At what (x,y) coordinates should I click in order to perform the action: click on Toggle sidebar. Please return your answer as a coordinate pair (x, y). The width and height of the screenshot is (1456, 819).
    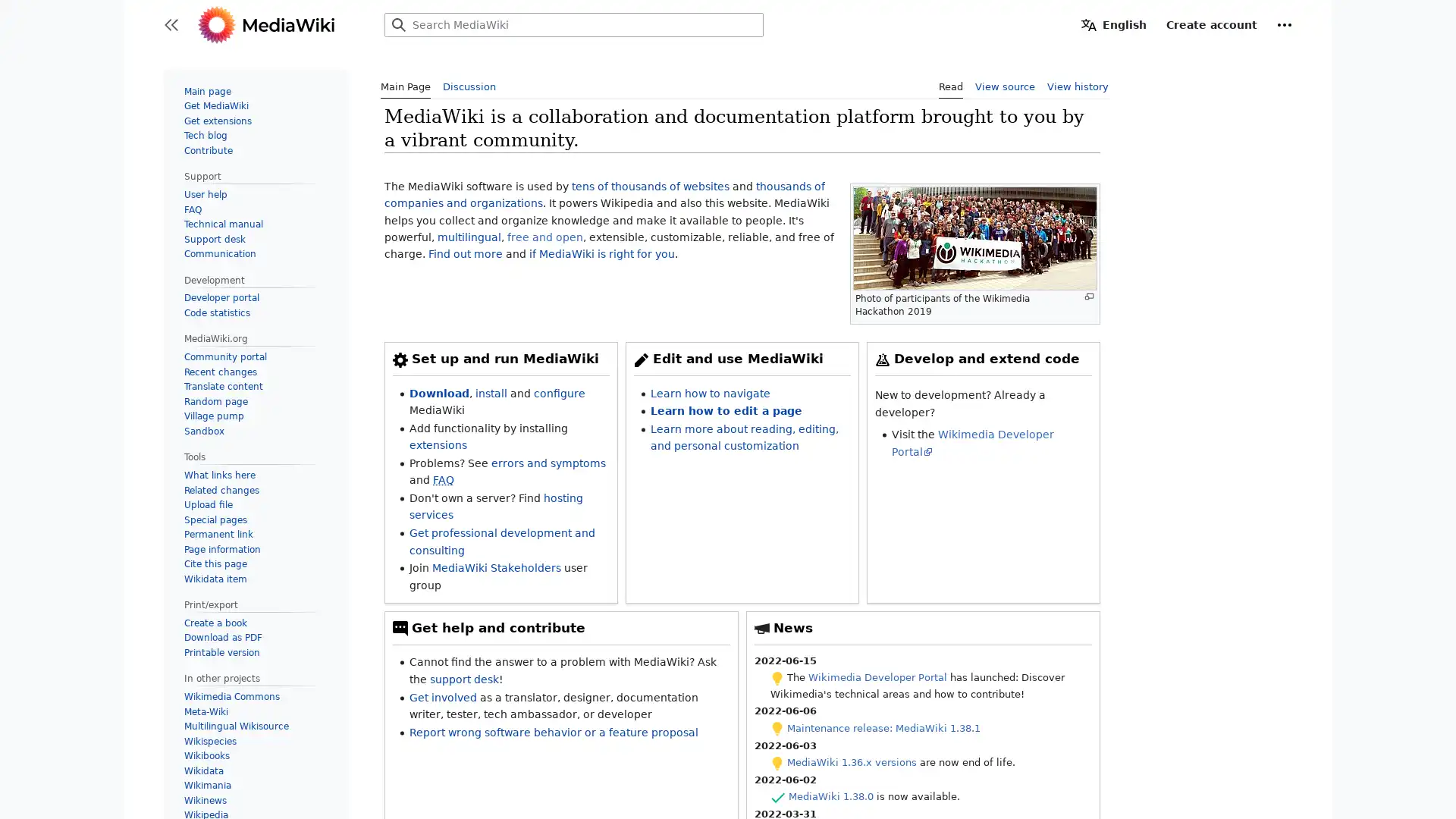
    Looking at the image, I should click on (171, 25).